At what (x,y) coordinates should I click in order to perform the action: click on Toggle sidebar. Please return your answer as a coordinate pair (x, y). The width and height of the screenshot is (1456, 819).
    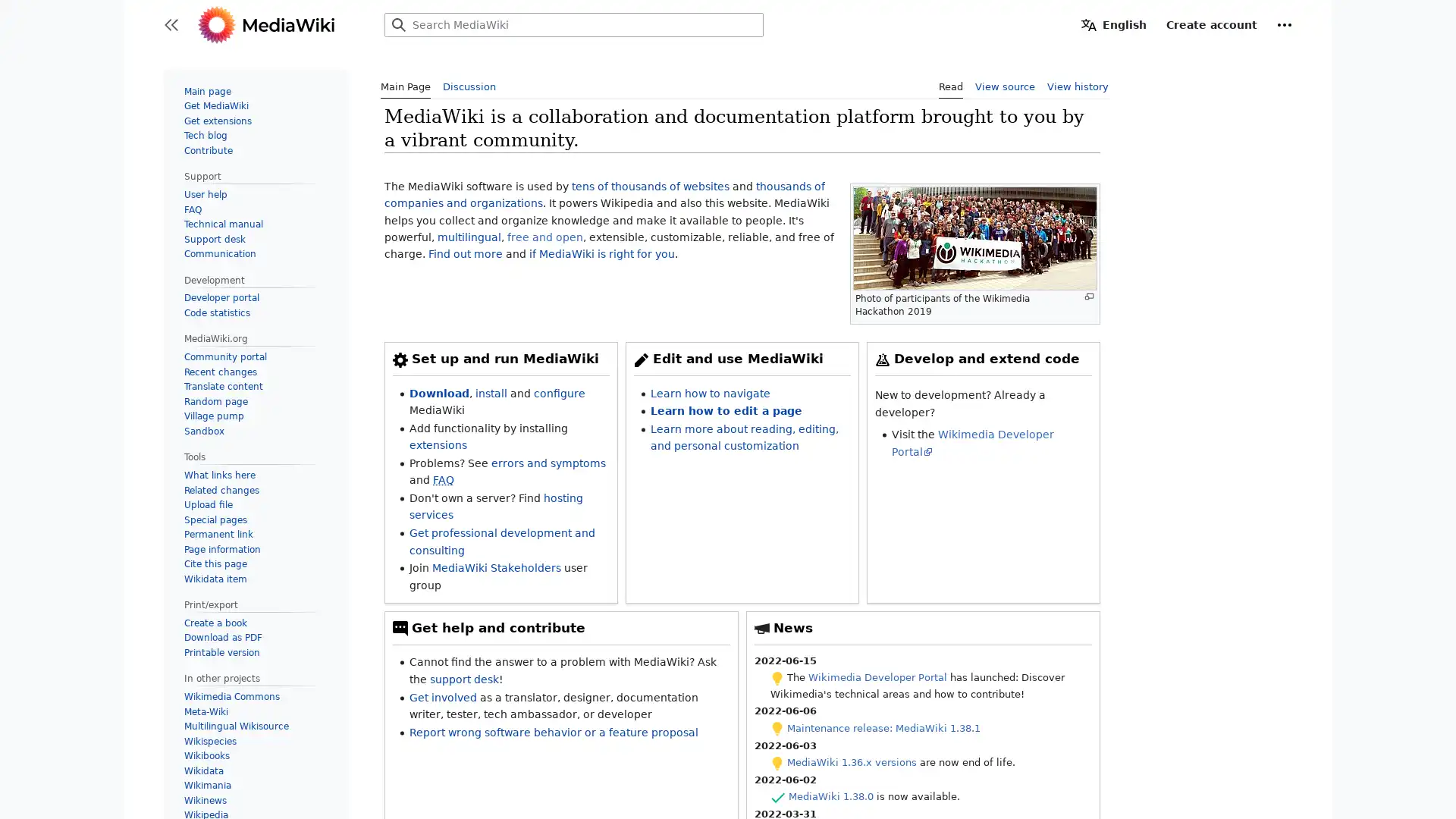
    Looking at the image, I should click on (171, 25).